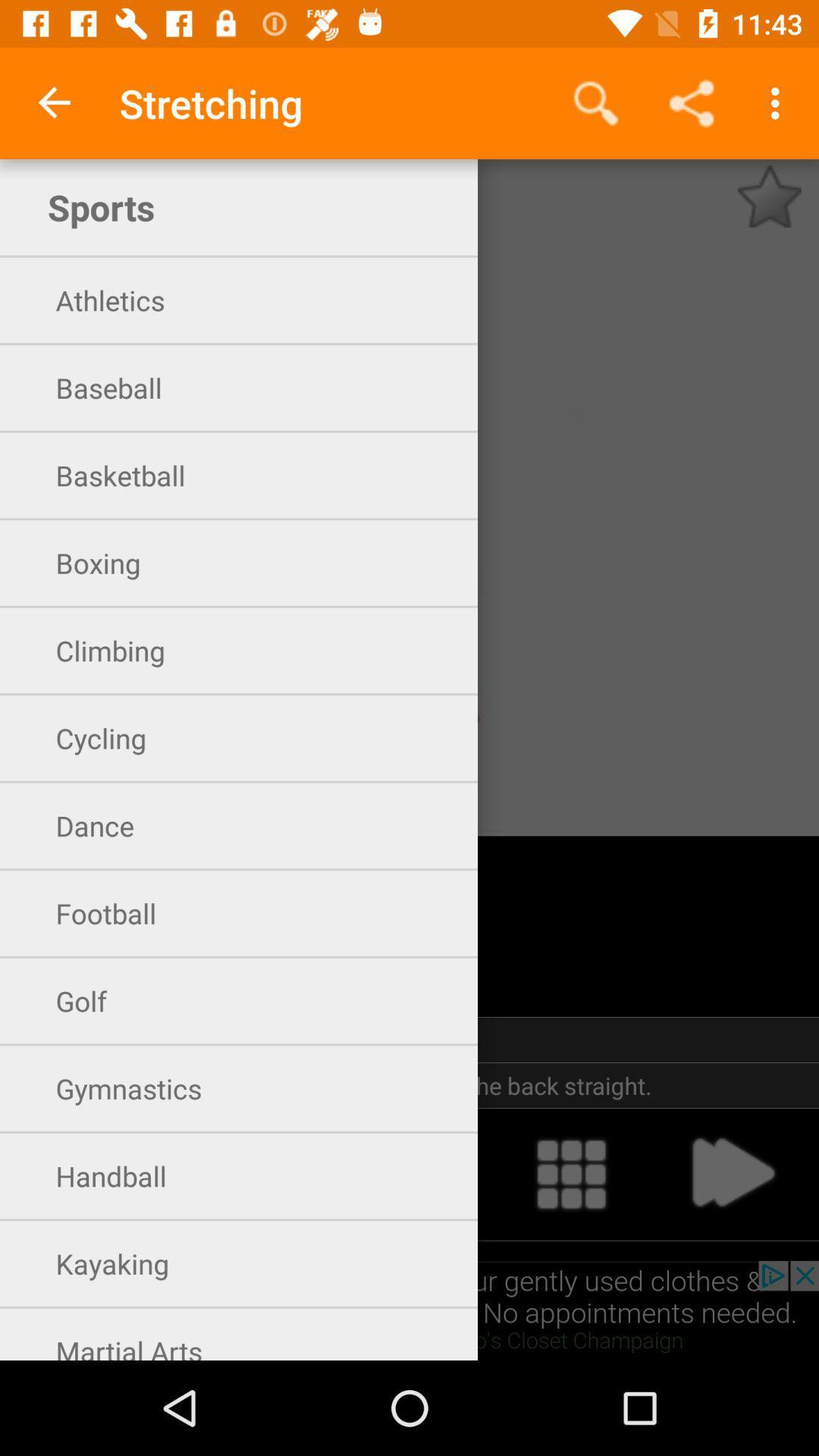 This screenshot has width=819, height=1456. What do you see at coordinates (731, 1173) in the screenshot?
I see `play option` at bounding box center [731, 1173].